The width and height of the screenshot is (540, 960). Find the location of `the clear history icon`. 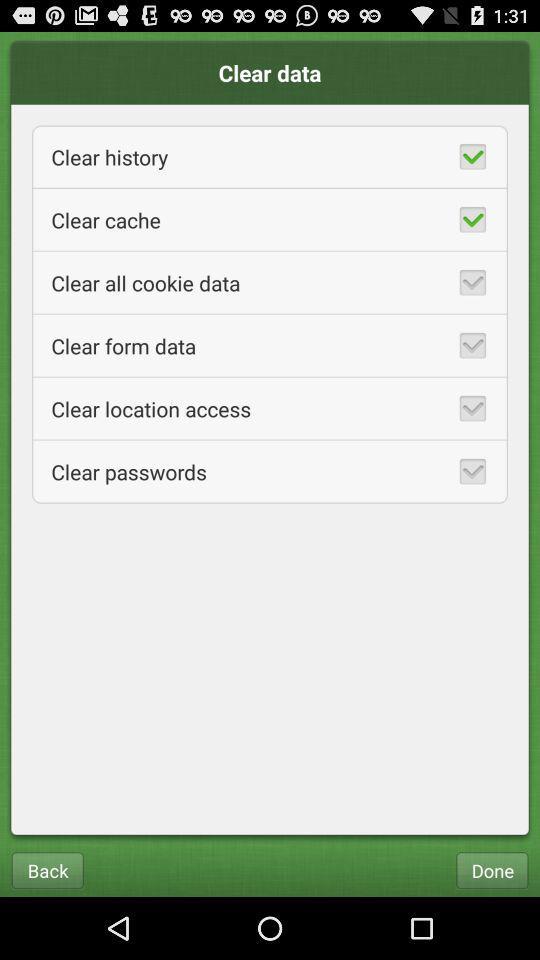

the clear history icon is located at coordinates (270, 155).